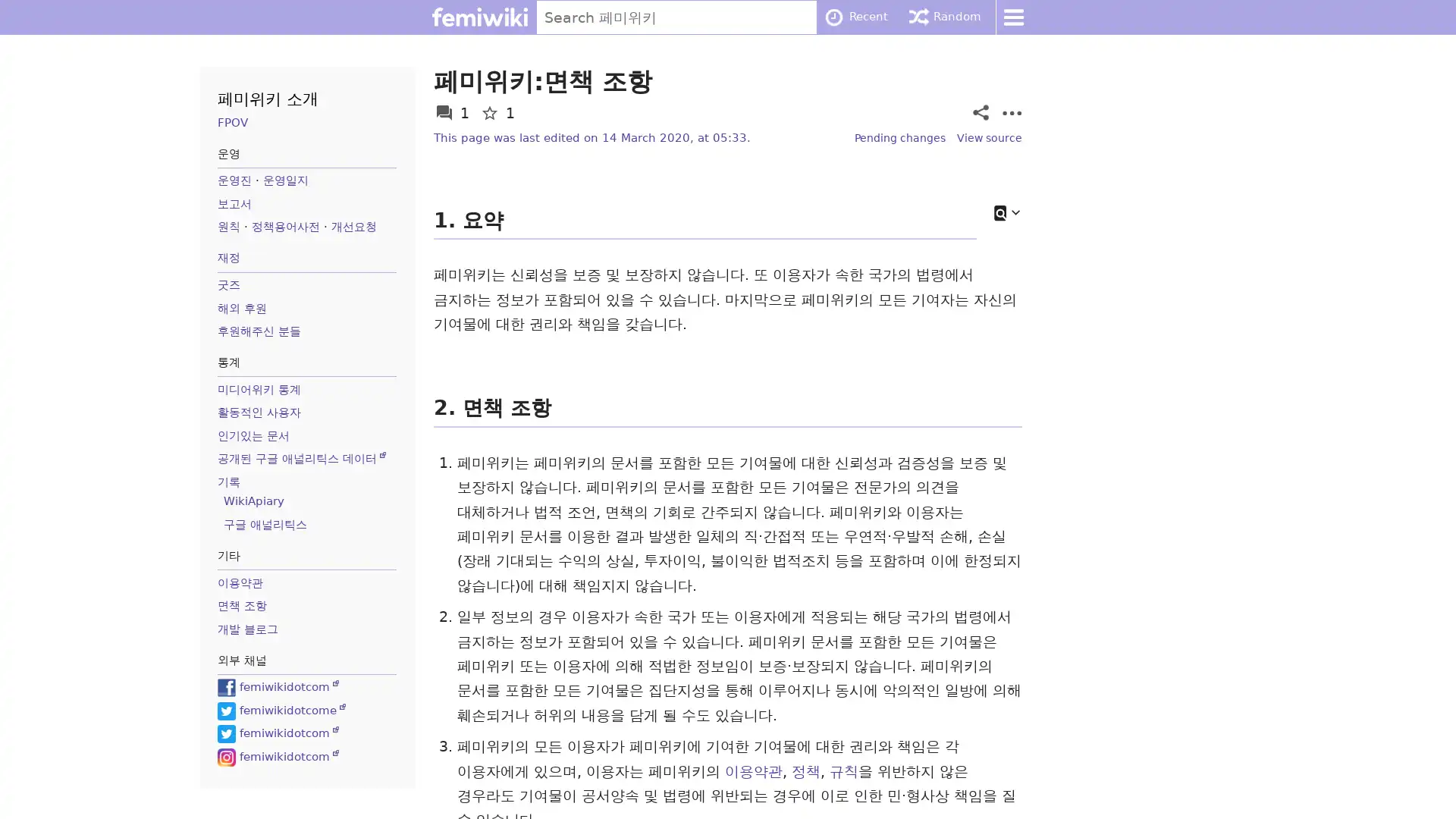 This screenshot has height=819, width=1456. Describe the element at coordinates (980, 111) in the screenshot. I see `Share this article` at that location.